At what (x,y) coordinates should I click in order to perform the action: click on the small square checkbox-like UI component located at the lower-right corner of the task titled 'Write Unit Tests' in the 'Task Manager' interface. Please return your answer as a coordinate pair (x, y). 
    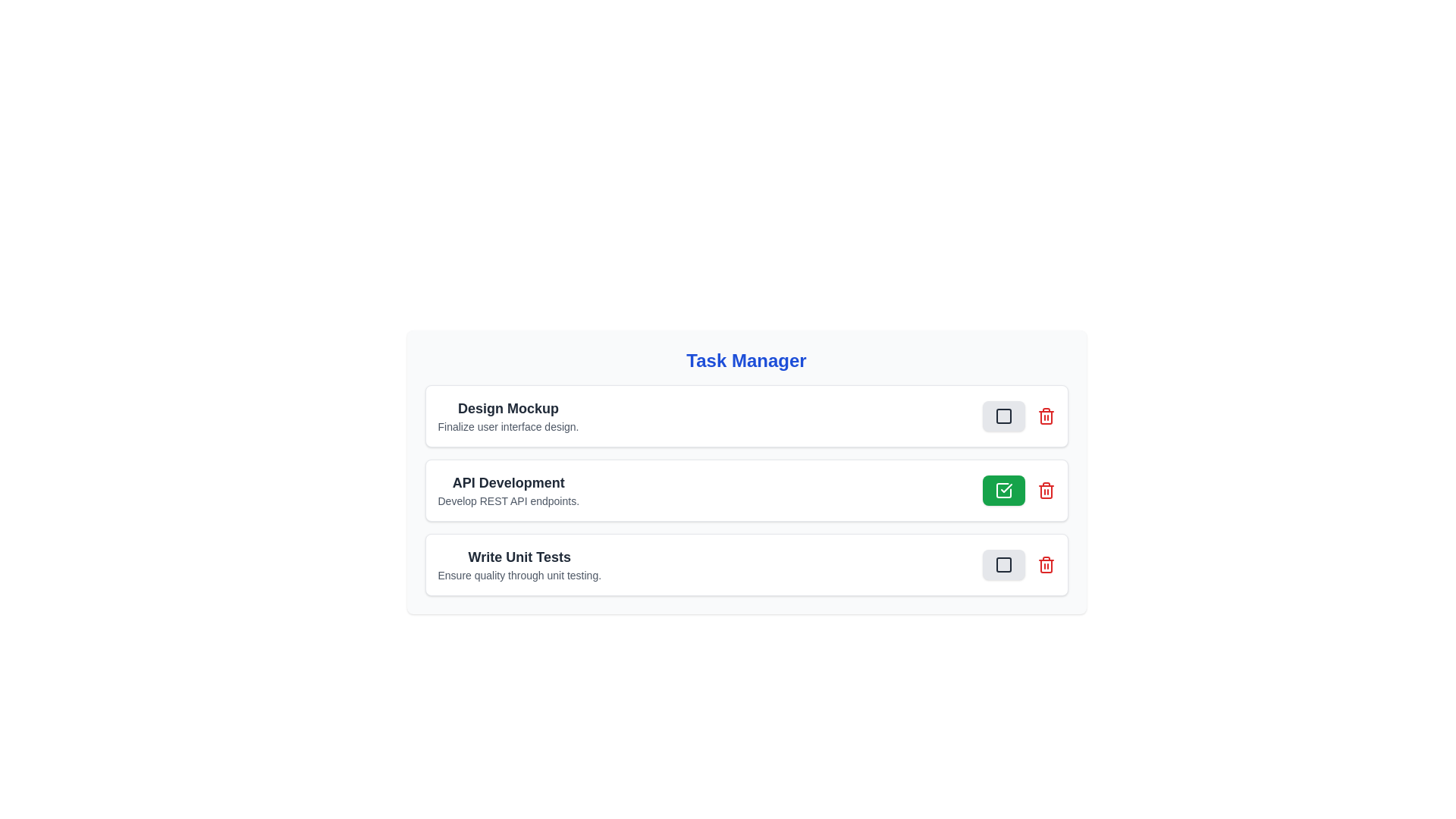
    Looking at the image, I should click on (1003, 564).